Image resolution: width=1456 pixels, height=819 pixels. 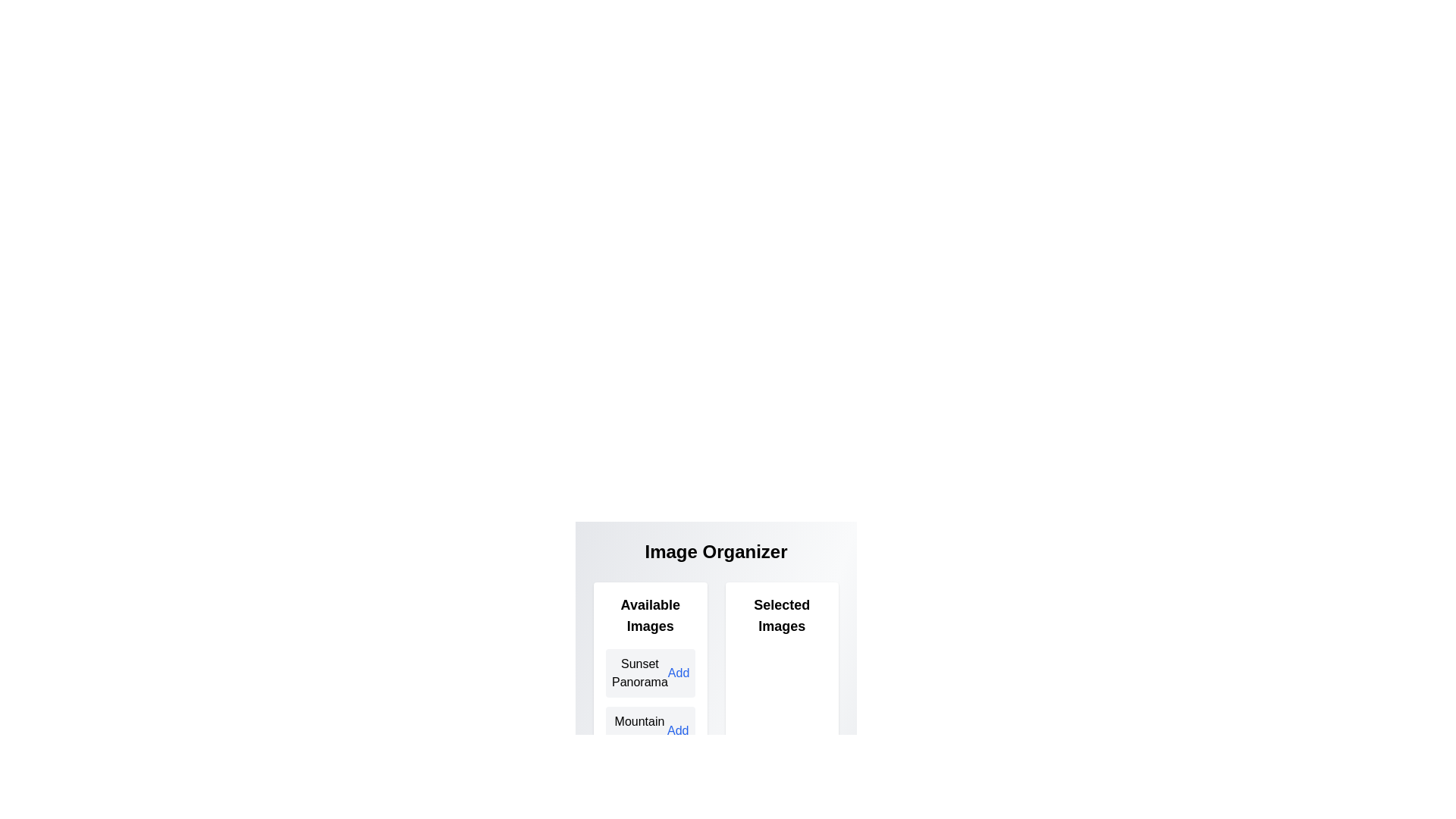 I want to click on 'Add' button for the image labeled Sunset Panorama to move it to the selected list, so click(x=677, y=672).